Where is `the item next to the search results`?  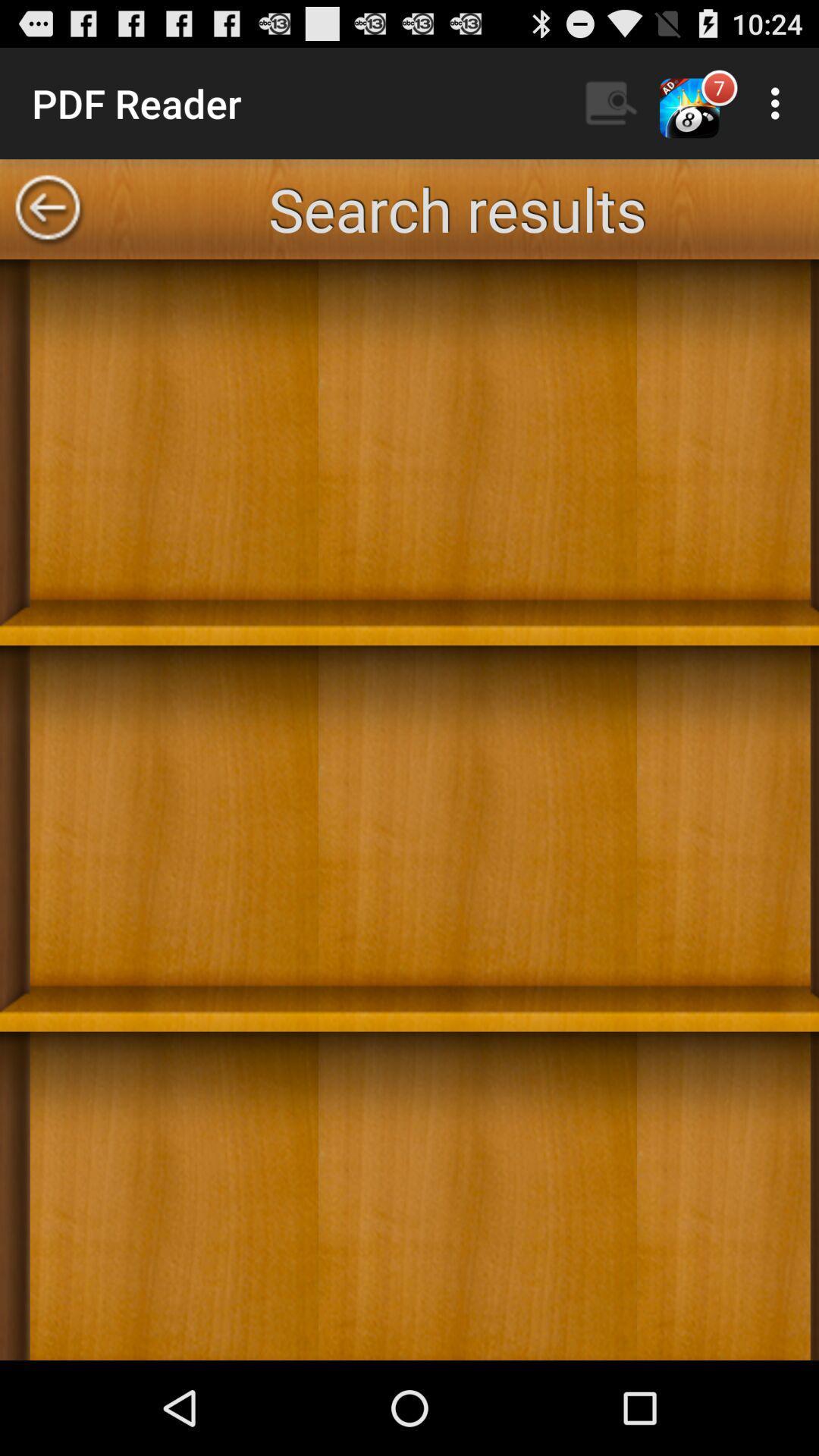 the item next to the search results is located at coordinates (46, 209).